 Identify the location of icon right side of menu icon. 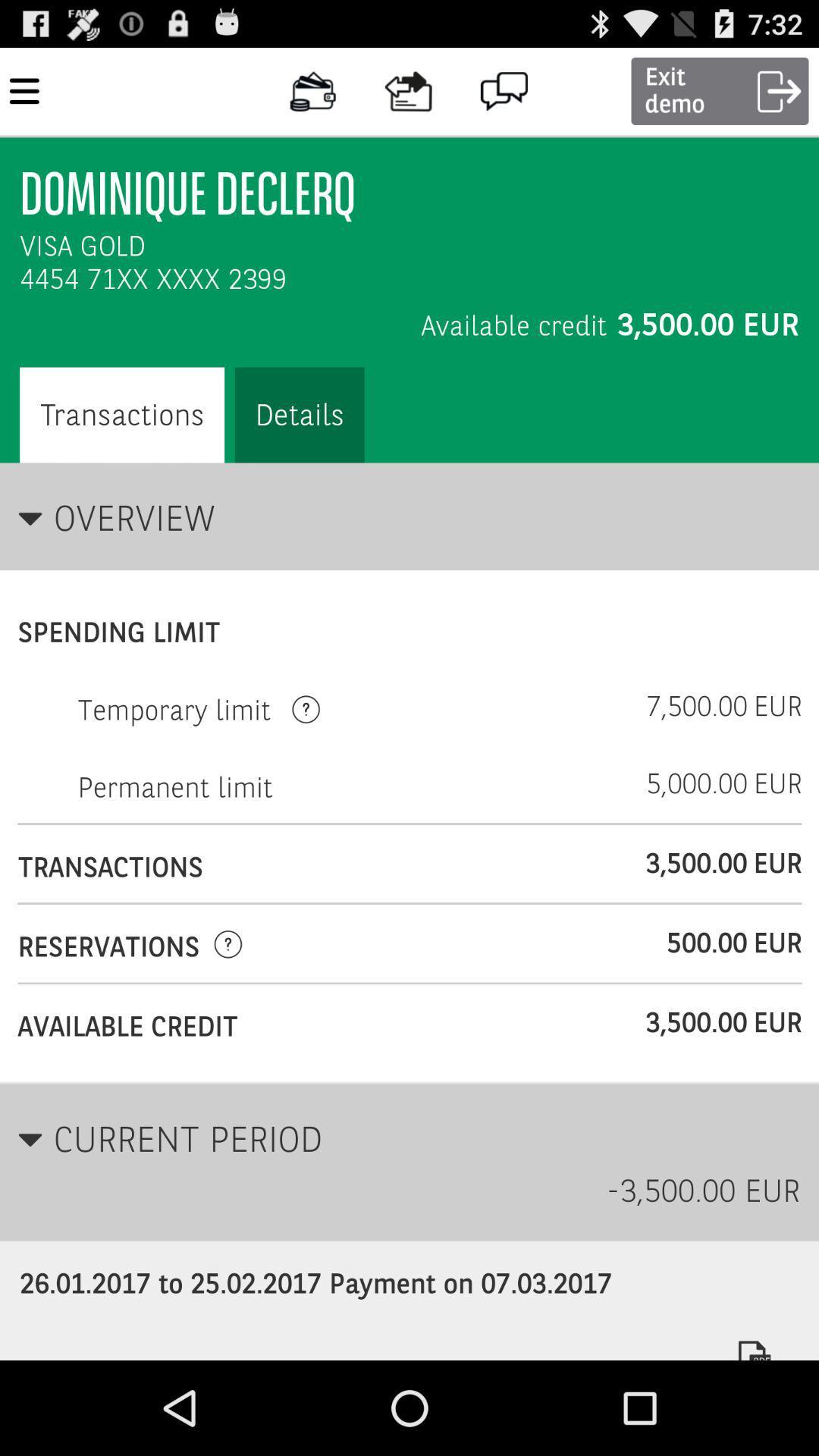
(312, 90).